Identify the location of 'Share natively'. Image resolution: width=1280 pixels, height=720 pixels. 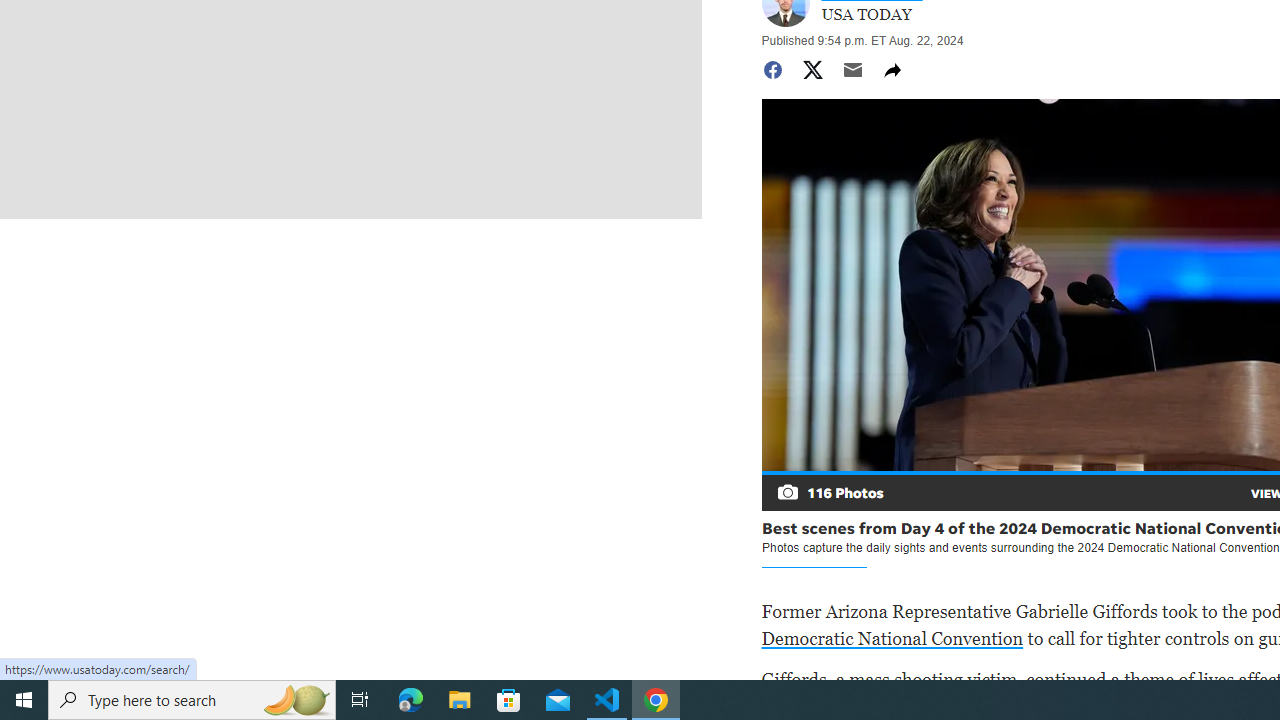
(891, 68).